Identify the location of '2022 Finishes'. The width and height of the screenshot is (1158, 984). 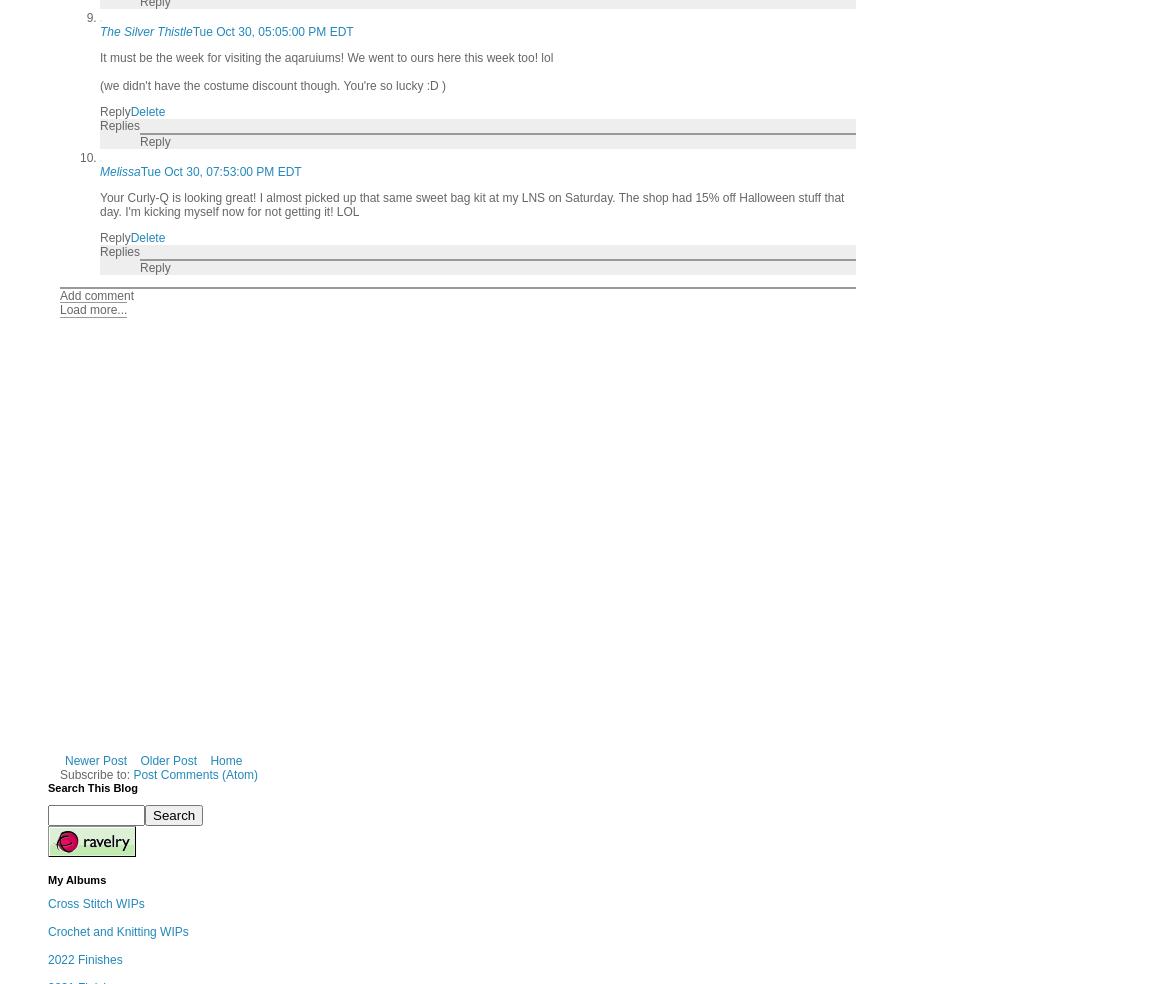
(47, 959).